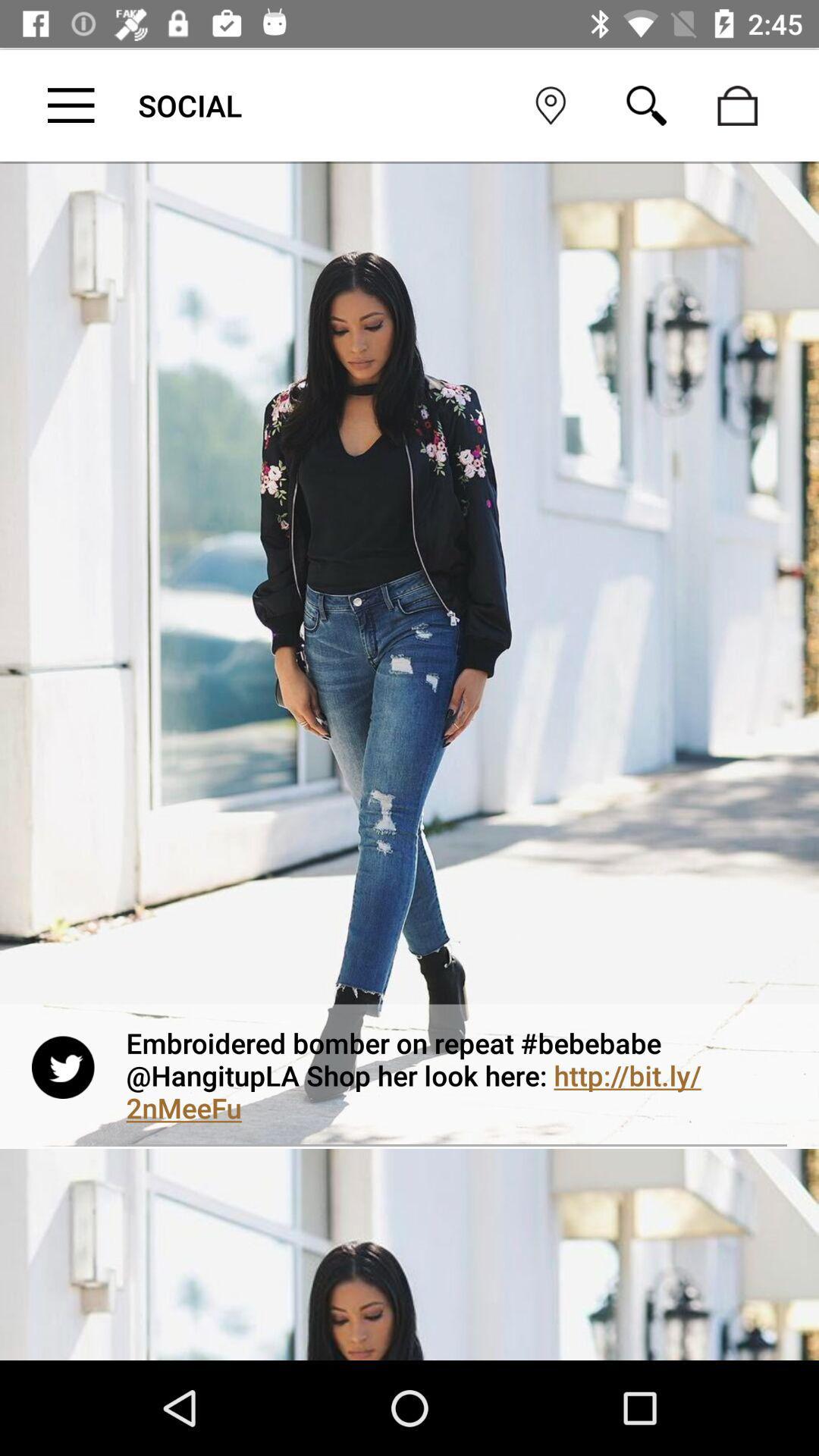 This screenshot has width=819, height=1456. Describe the element at coordinates (71, 105) in the screenshot. I see `open settings` at that location.